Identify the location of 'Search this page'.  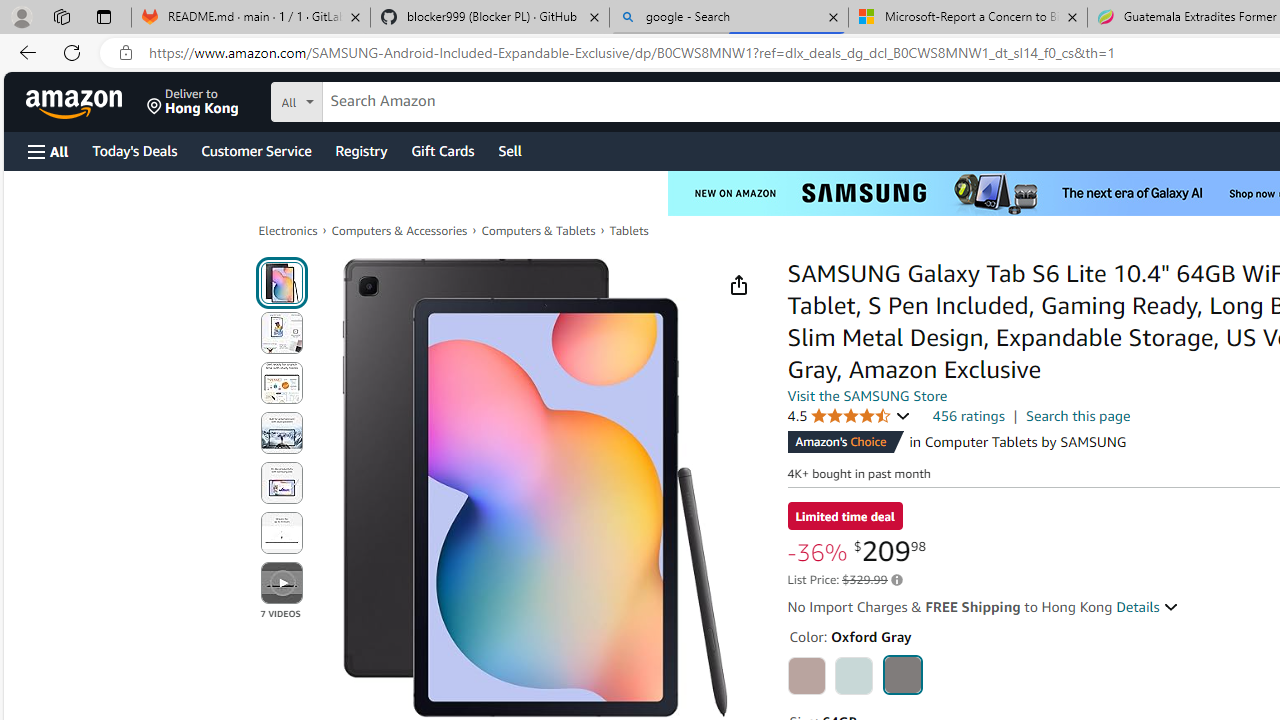
(1078, 415).